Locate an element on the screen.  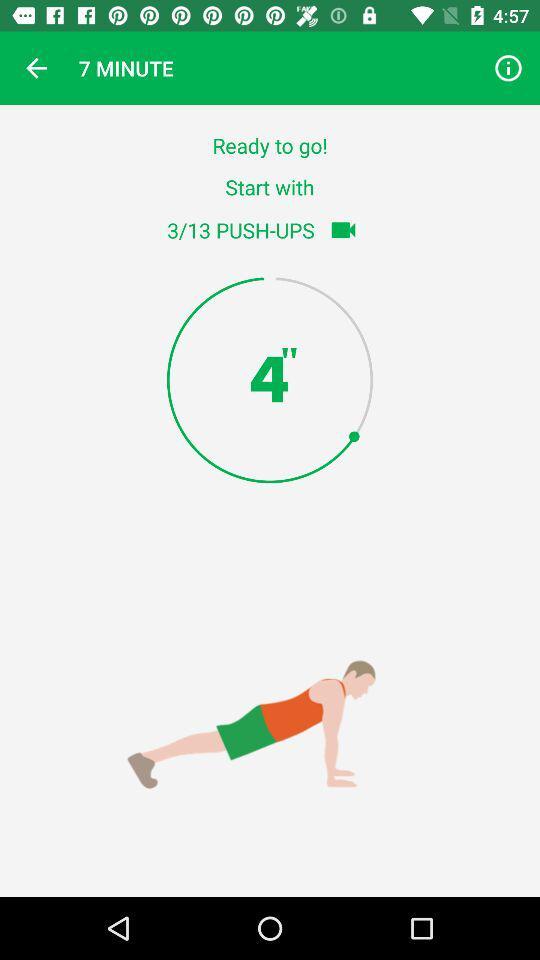
watch video of workout is located at coordinates (342, 230).